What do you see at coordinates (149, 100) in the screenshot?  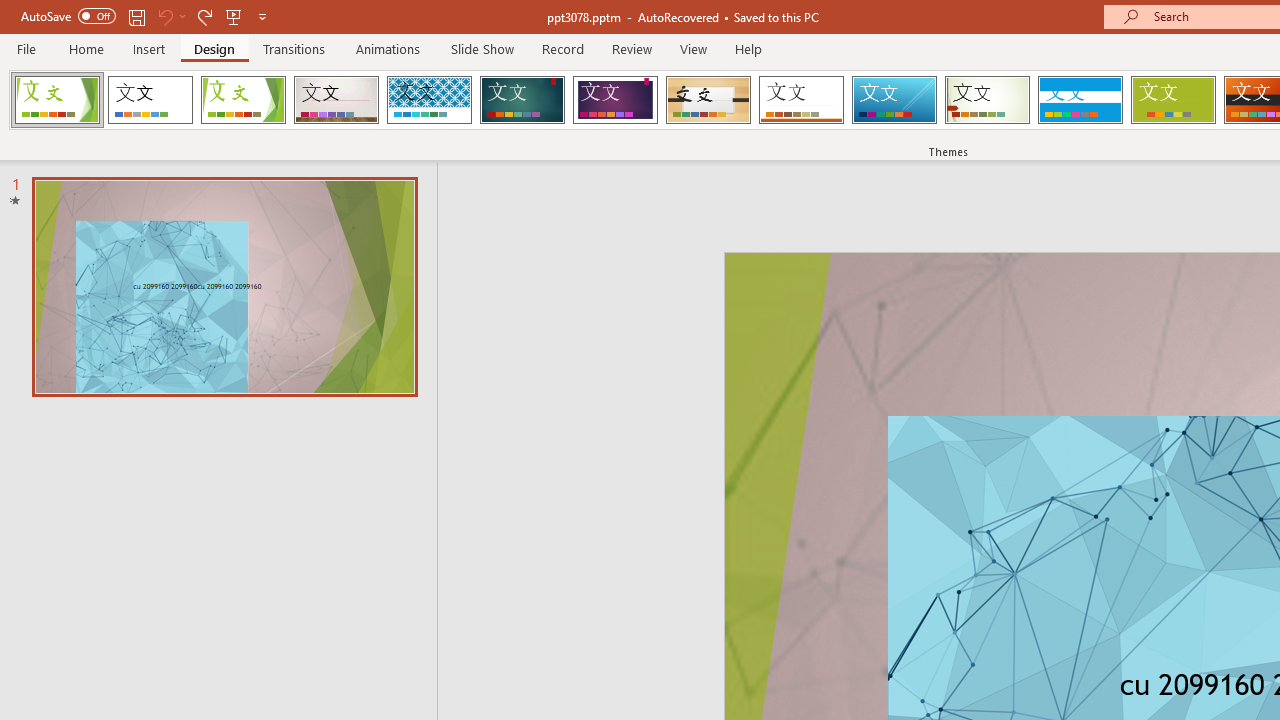 I see `'Office Theme'` at bounding box center [149, 100].